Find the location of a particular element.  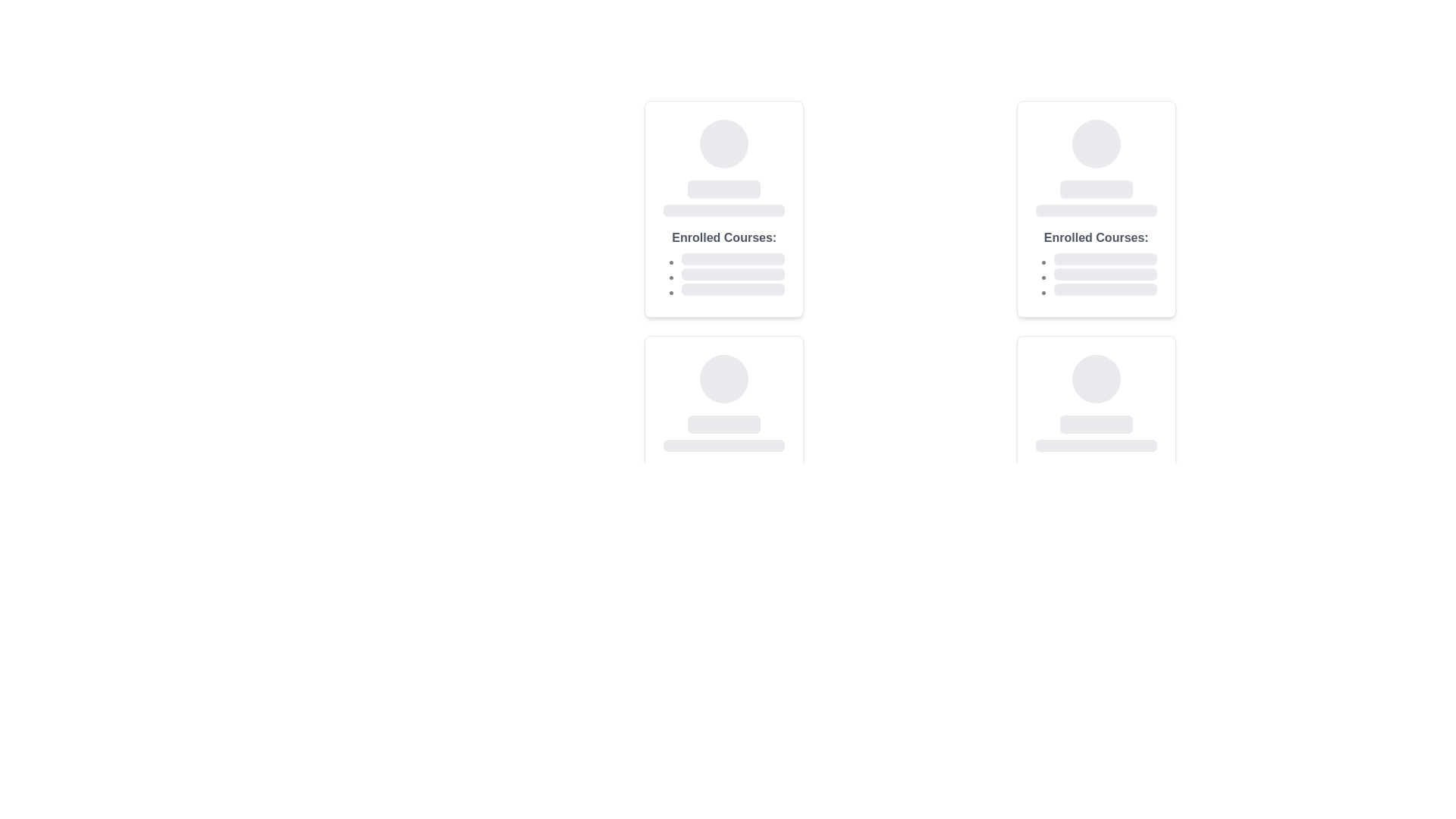

the second placeholder bar with a light gray background, rounded corners, located below another similar rectangle in a card-like layout is located at coordinates (1096, 210).